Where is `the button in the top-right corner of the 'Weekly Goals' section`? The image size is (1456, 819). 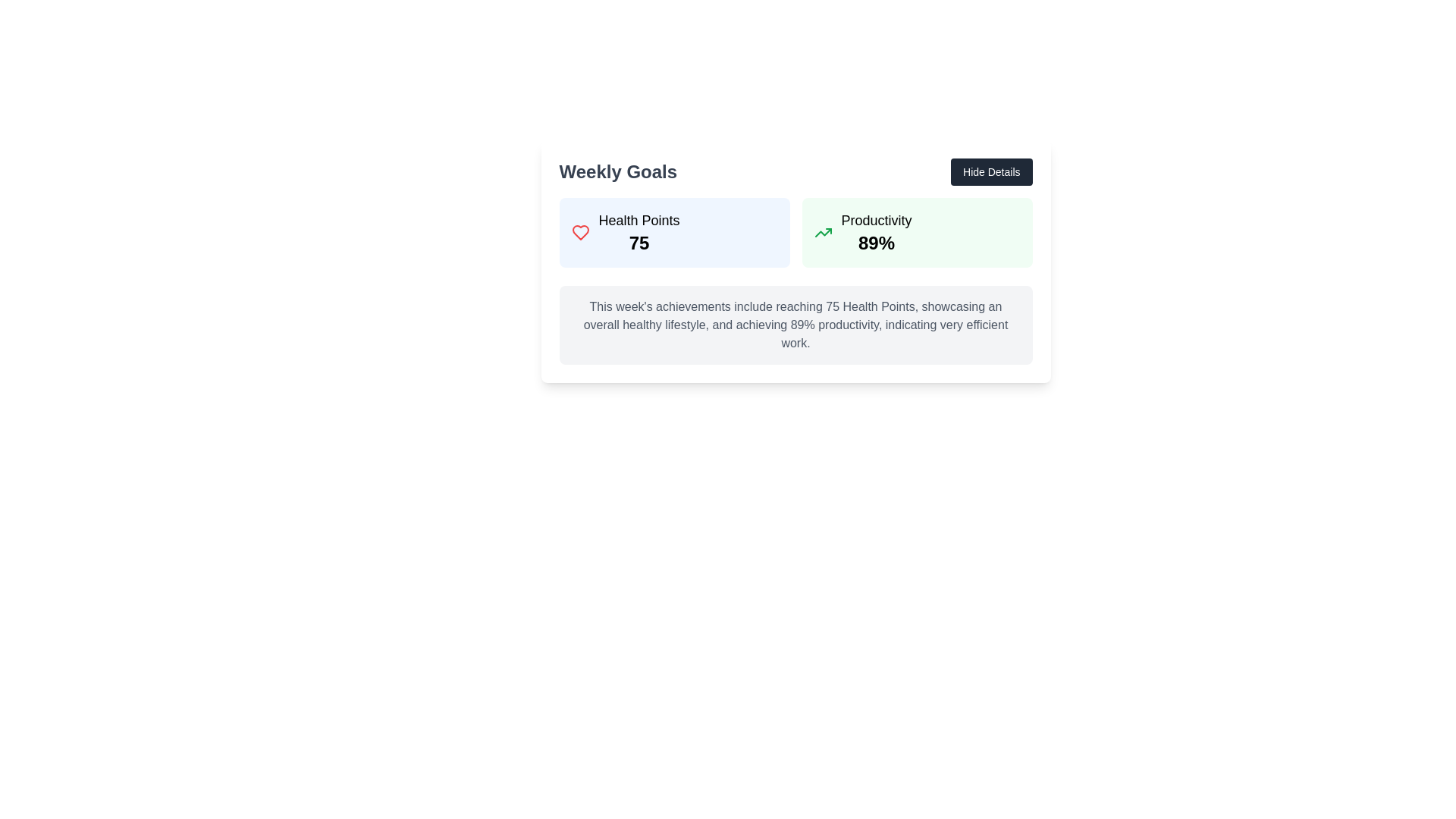
the button in the top-right corner of the 'Weekly Goals' section is located at coordinates (991, 171).